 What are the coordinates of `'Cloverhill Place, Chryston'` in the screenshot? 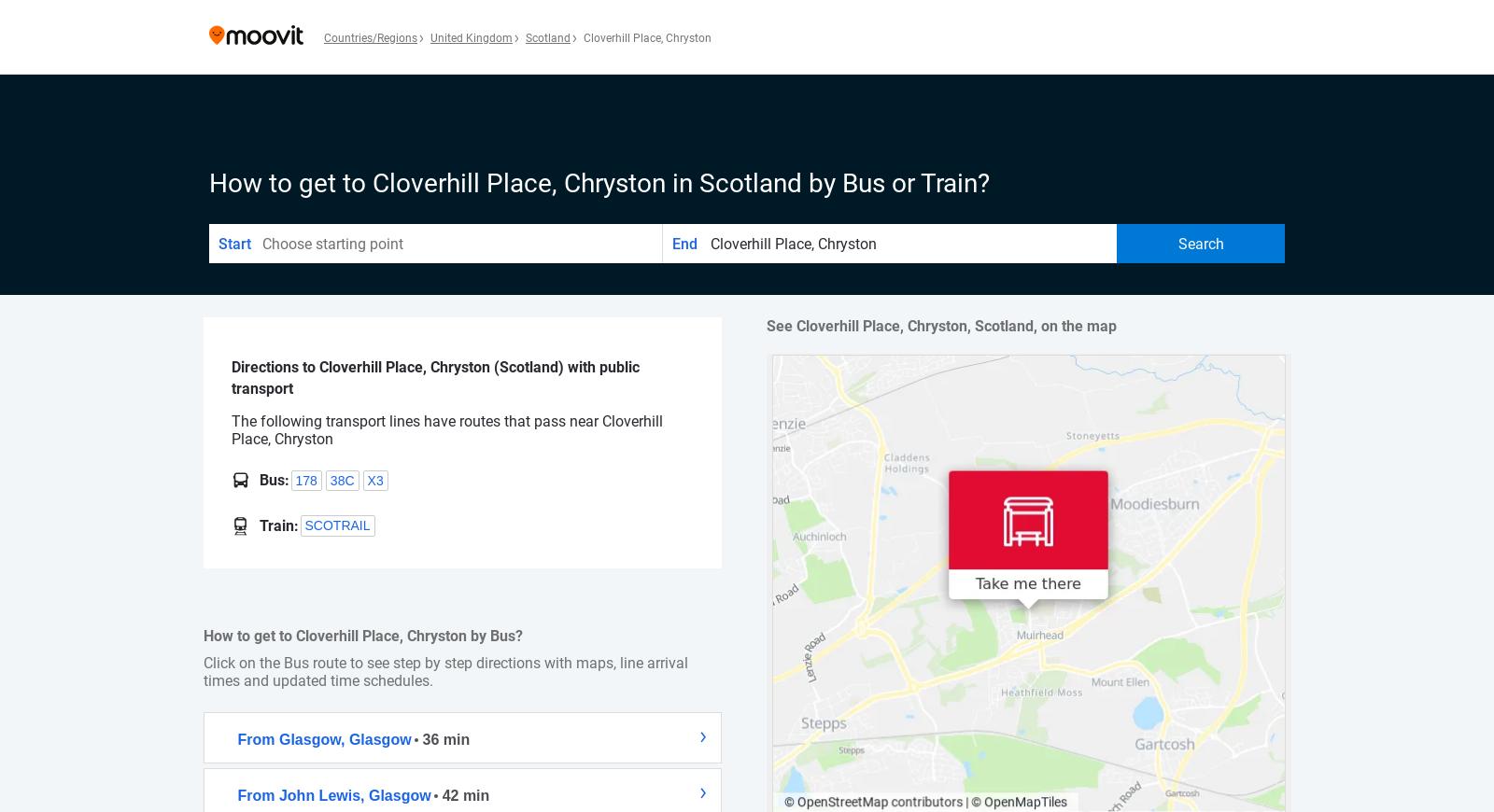 It's located at (583, 36).